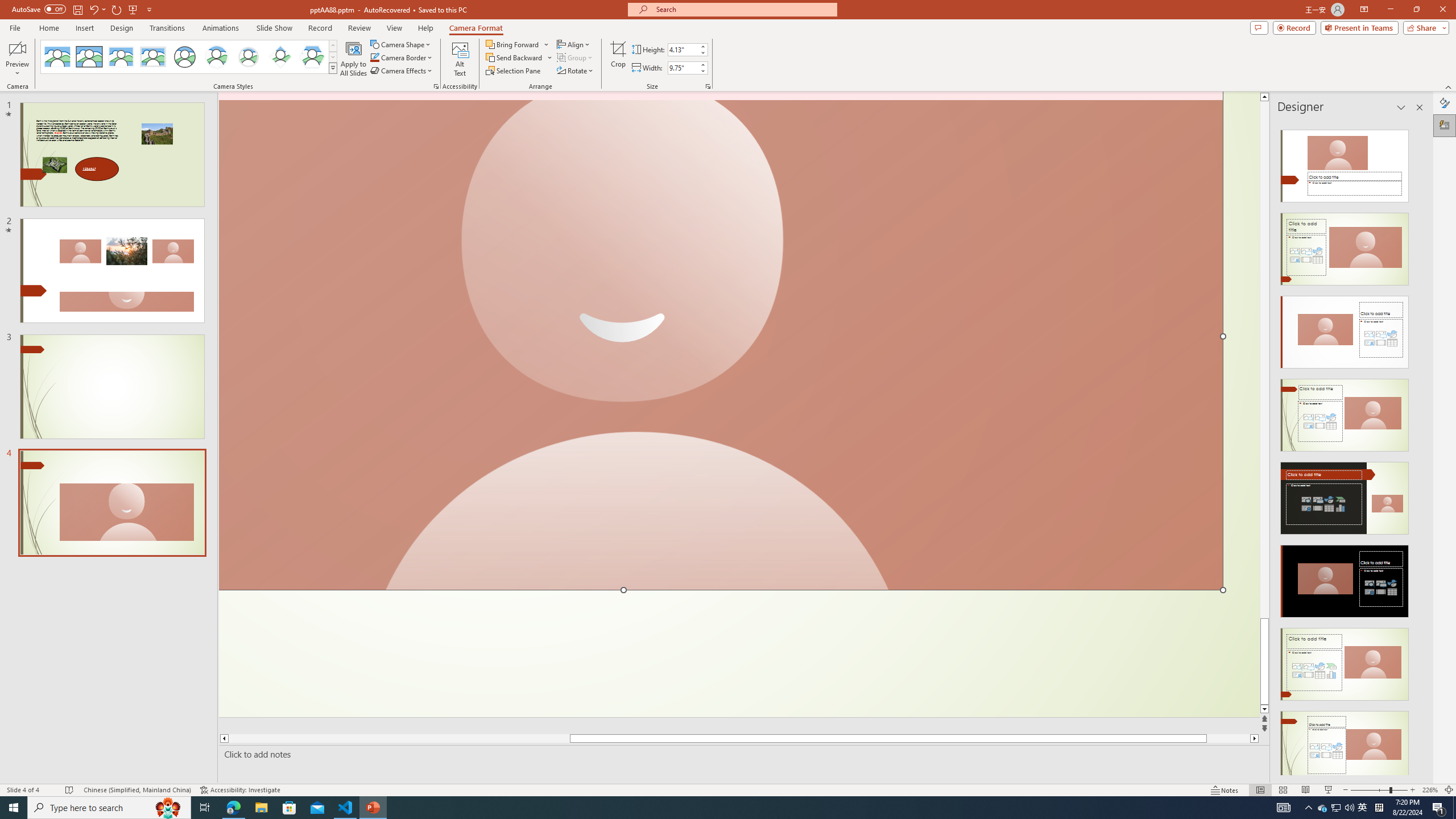 This screenshot has height=819, width=1456. What do you see at coordinates (1430, 790) in the screenshot?
I see `'Zoom 226%'` at bounding box center [1430, 790].